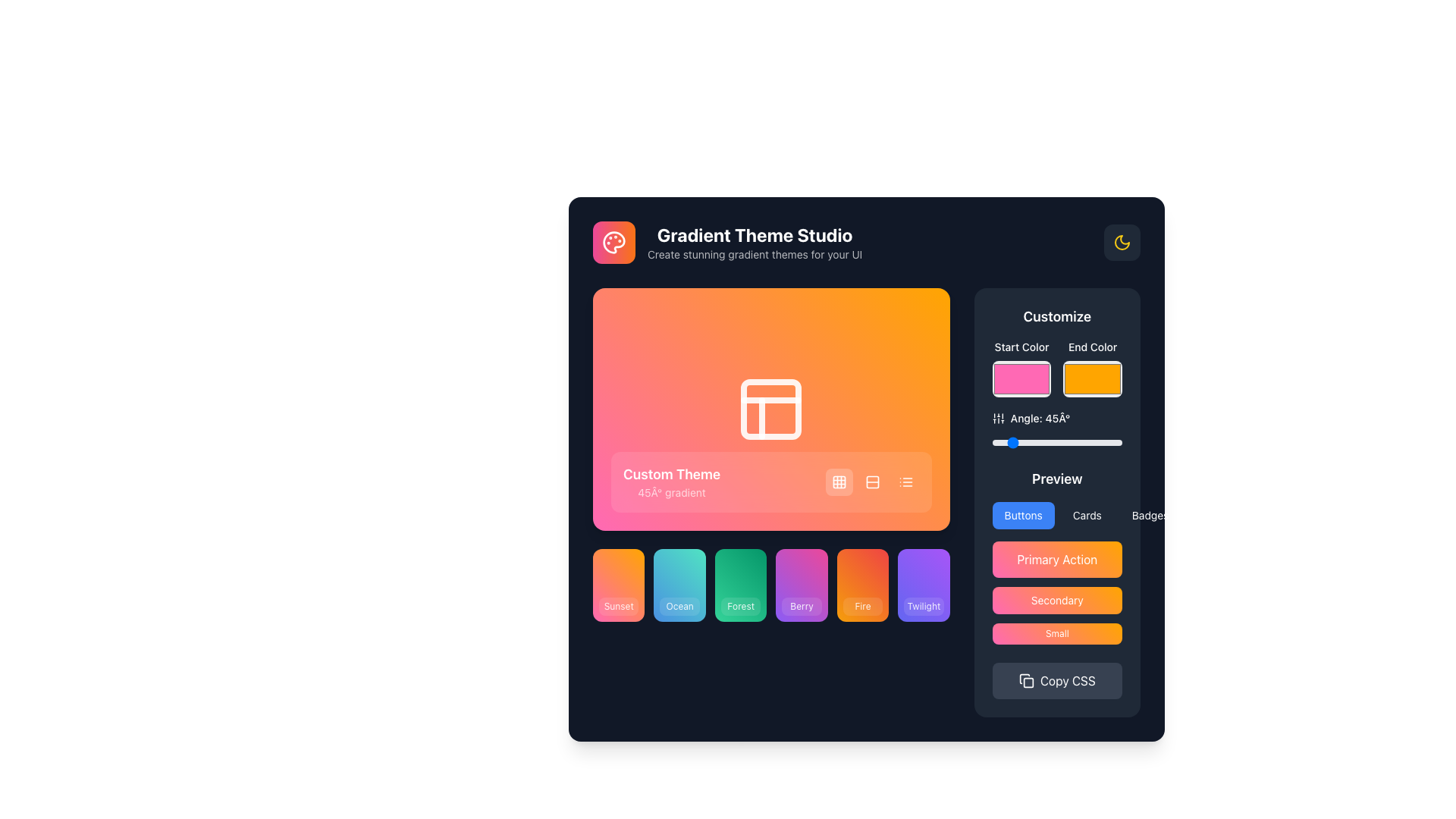 The width and height of the screenshot is (1456, 819). Describe the element at coordinates (1026, 680) in the screenshot. I see `the 'Copy CSS' icon located at the bottom-right corner of the interface for possible interaction` at that location.